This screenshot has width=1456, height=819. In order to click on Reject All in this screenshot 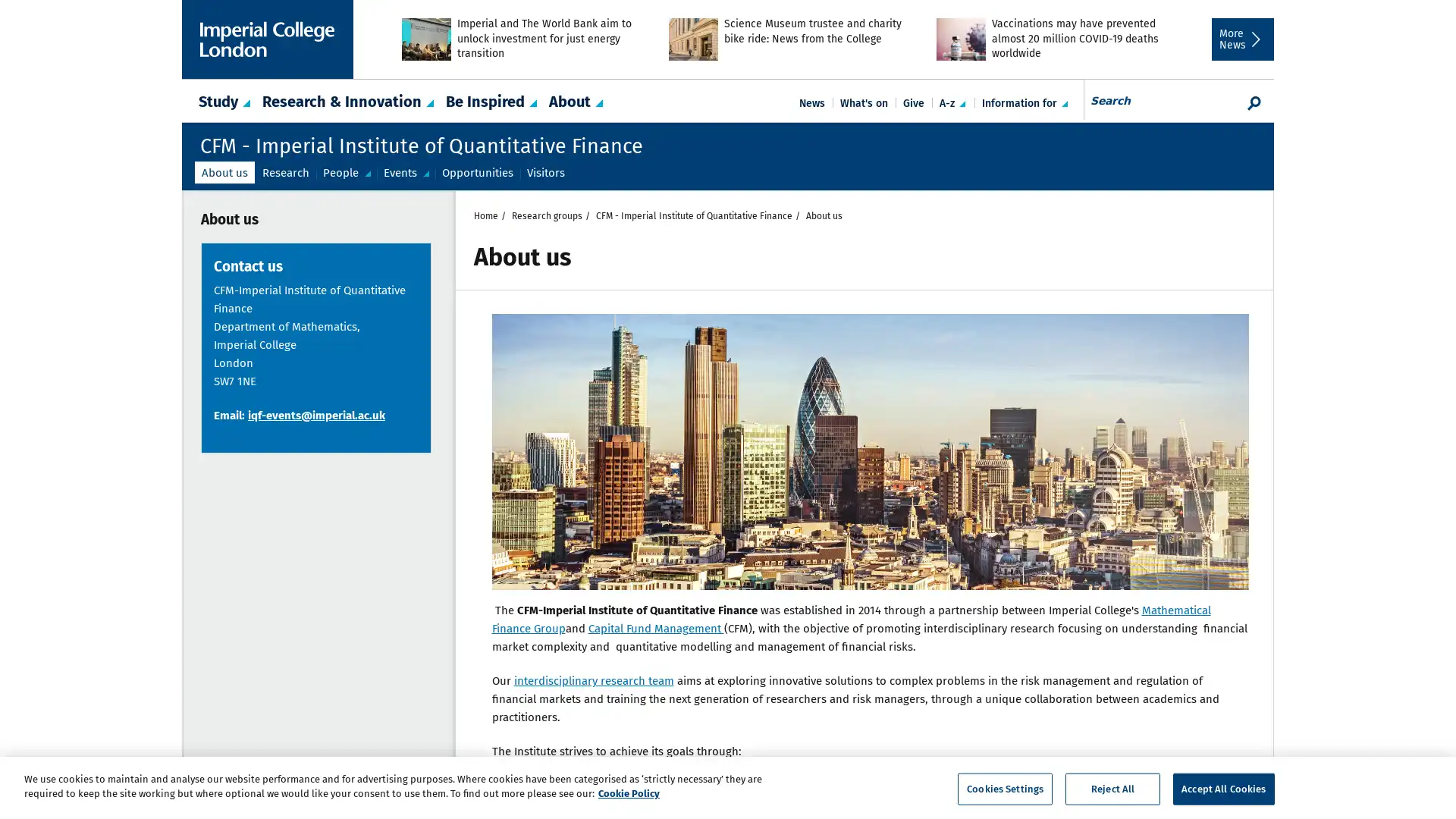, I will do `click(1112, 788)`.